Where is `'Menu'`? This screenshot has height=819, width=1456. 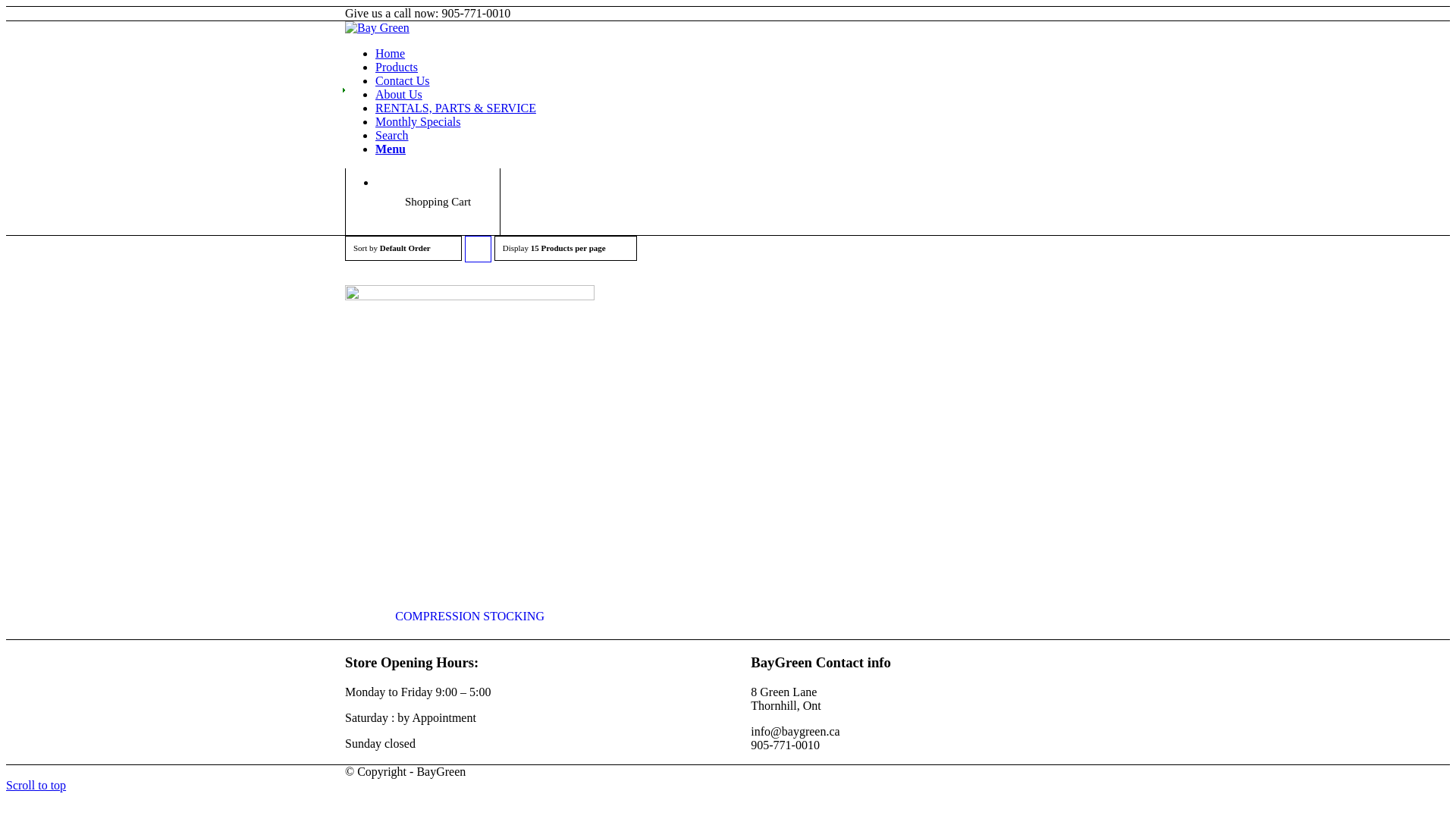 'Menu' is located at coordinates (390, 149).